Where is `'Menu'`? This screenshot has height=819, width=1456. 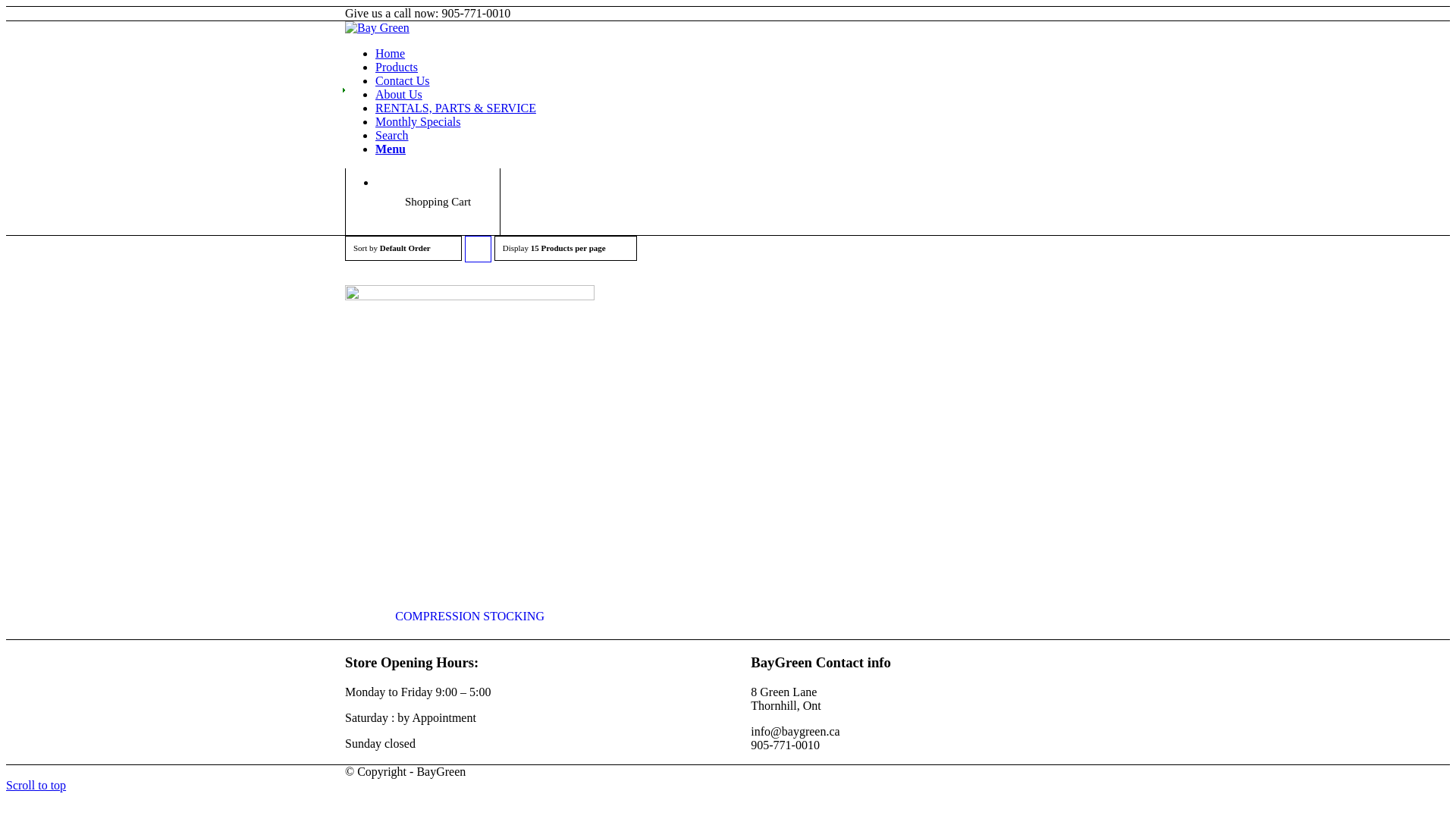 'Menu' is located at coordinates (390, 149).